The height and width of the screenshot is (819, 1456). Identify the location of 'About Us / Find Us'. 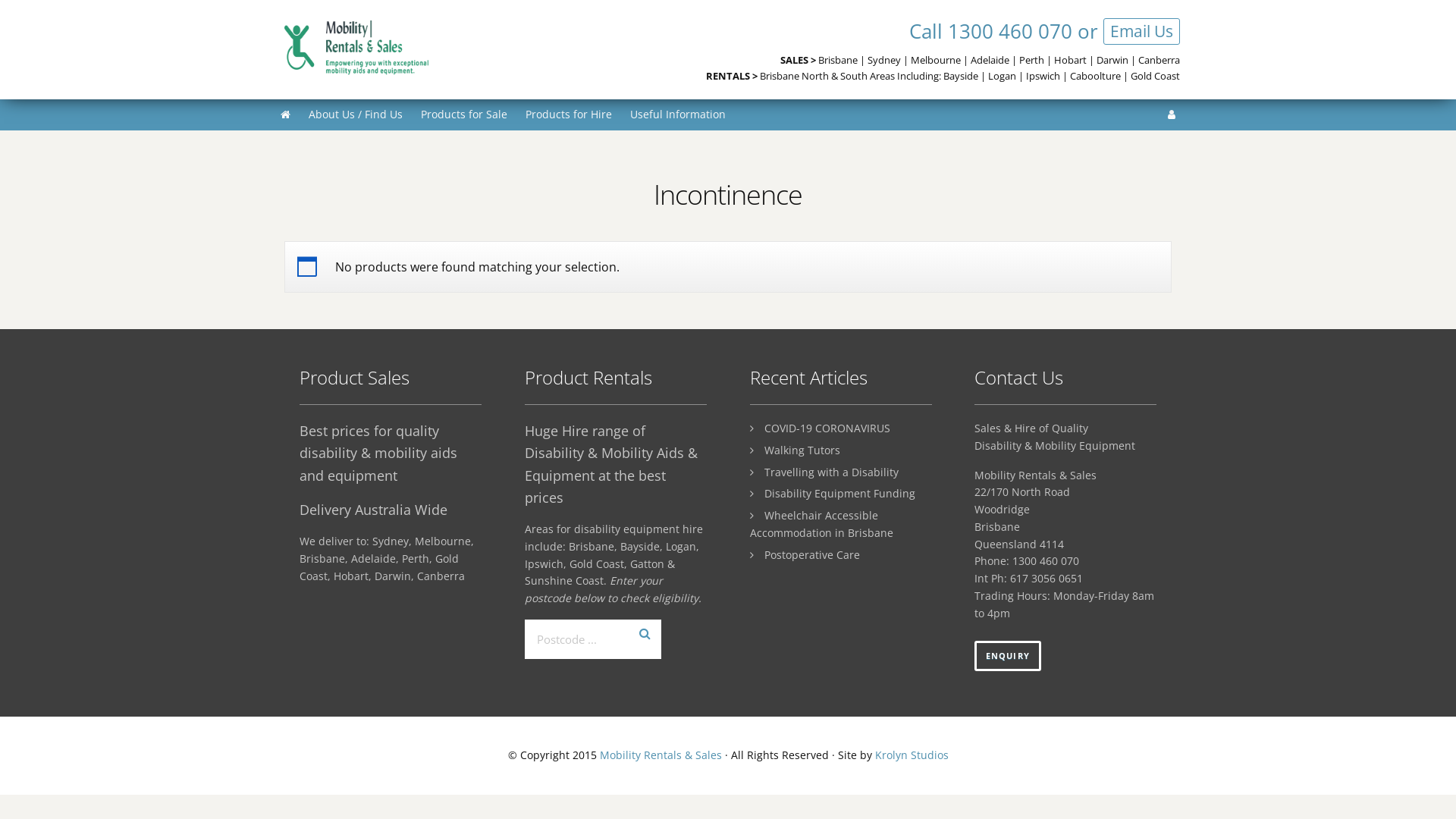
(355, 113).